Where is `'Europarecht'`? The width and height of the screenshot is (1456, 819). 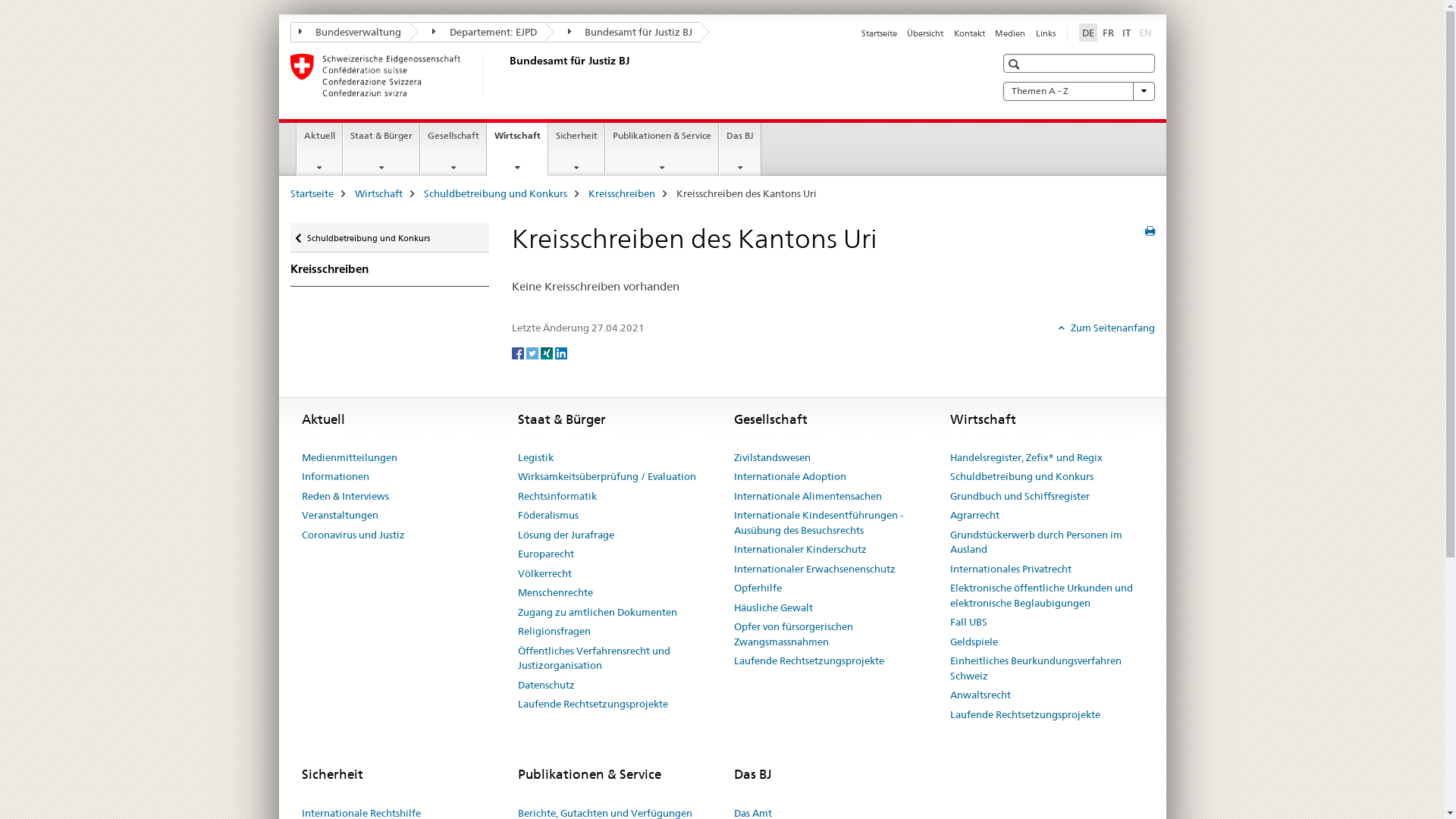
'Europarecht' is located at coordinates (545, 554).